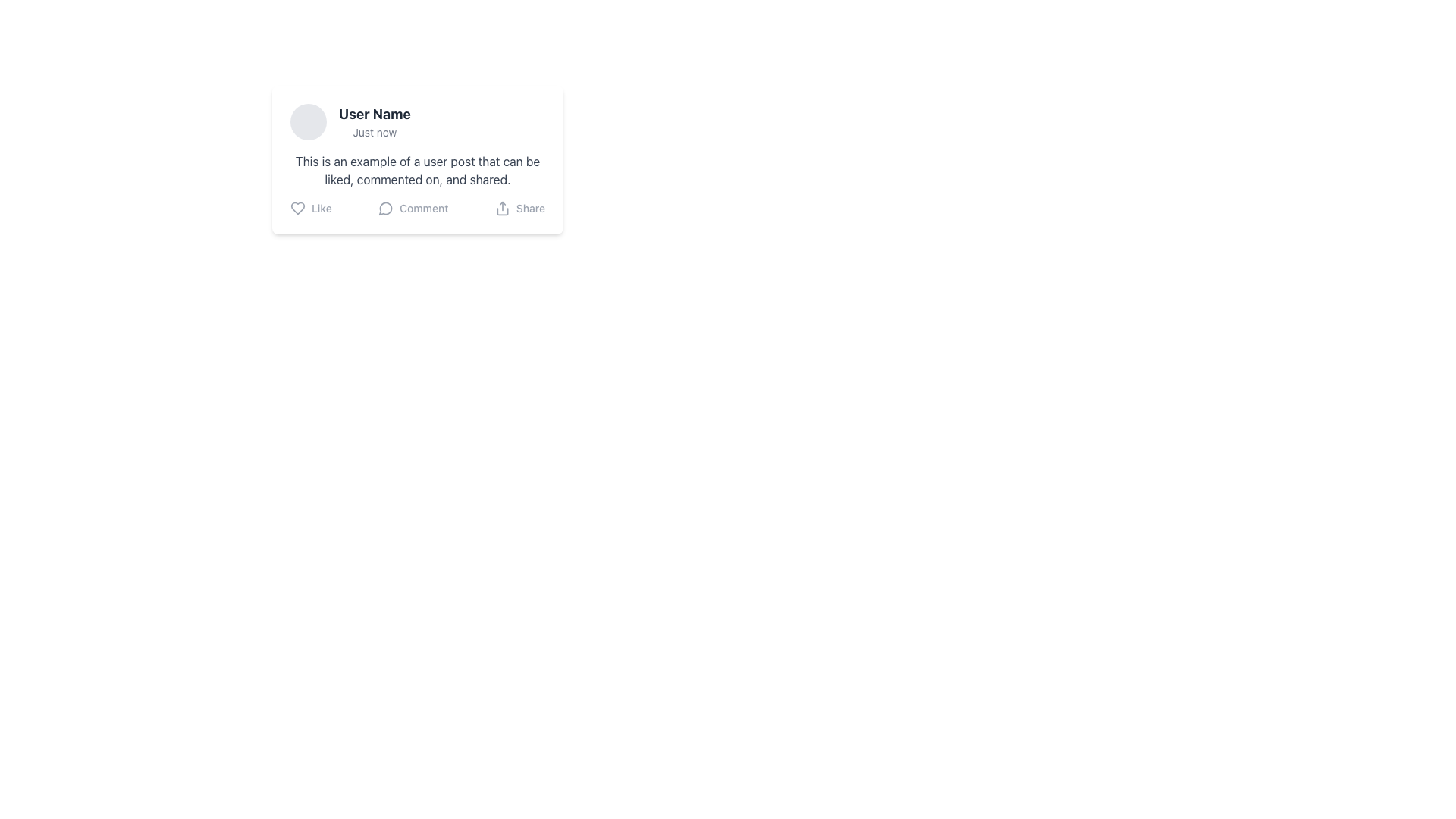 The height and width of the screenshot is (819, 1456). Describe the element at coordinates (418, 170) in the screenshot. I see `the static text block that presents the main content of the user post to focus on the post` at that location.